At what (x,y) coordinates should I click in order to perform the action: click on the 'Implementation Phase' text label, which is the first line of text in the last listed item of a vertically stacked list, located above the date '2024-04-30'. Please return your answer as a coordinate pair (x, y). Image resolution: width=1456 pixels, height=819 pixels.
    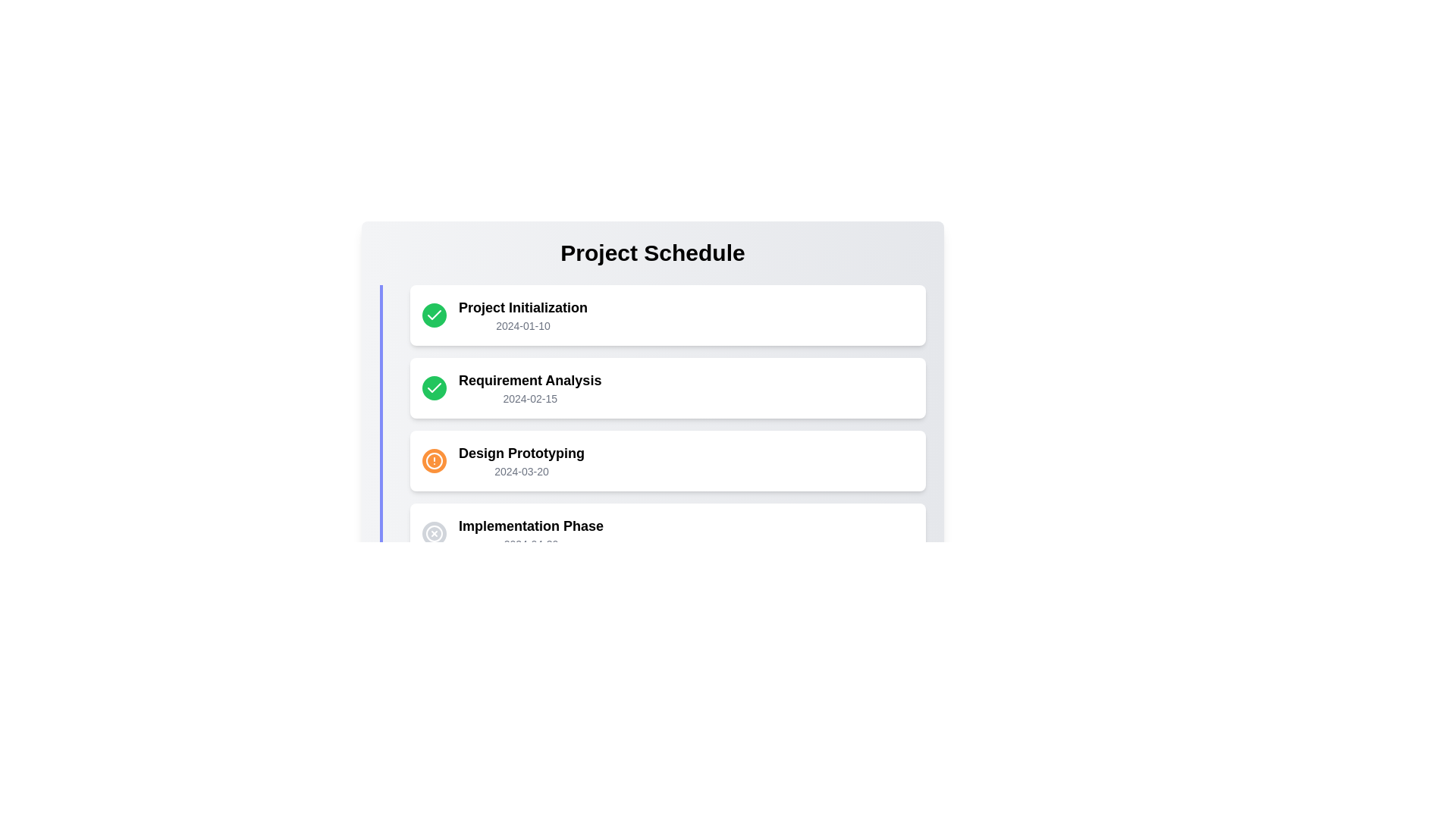
    Looking at the image, I should click on (531, 526).